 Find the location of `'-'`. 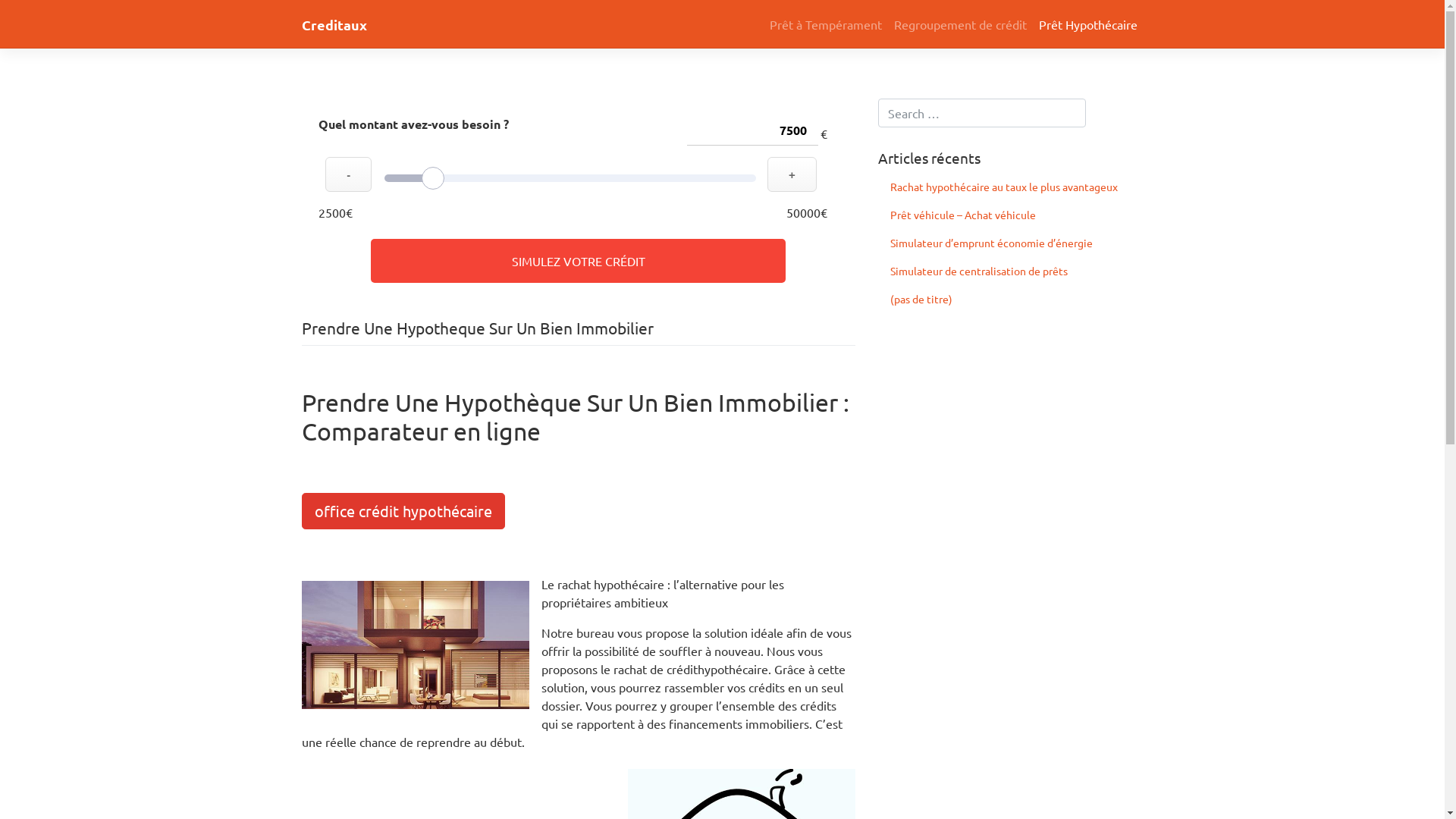

'-' is located at coordinates (347, 174).